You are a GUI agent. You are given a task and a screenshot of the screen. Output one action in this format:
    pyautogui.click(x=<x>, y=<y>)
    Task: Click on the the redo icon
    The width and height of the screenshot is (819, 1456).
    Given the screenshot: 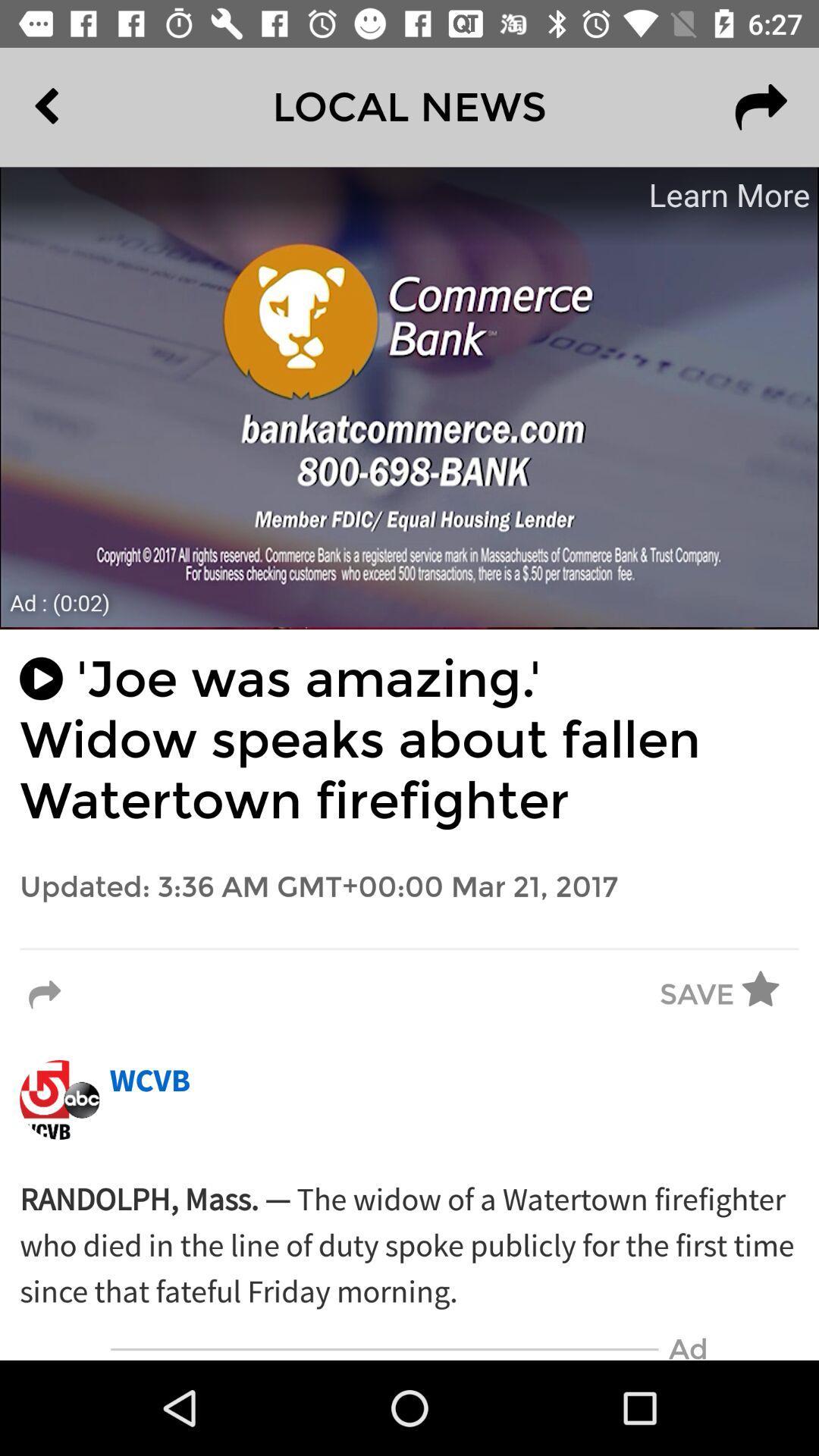 What is the action you would take?
    pyautogui.click(x=761, y=106)
    